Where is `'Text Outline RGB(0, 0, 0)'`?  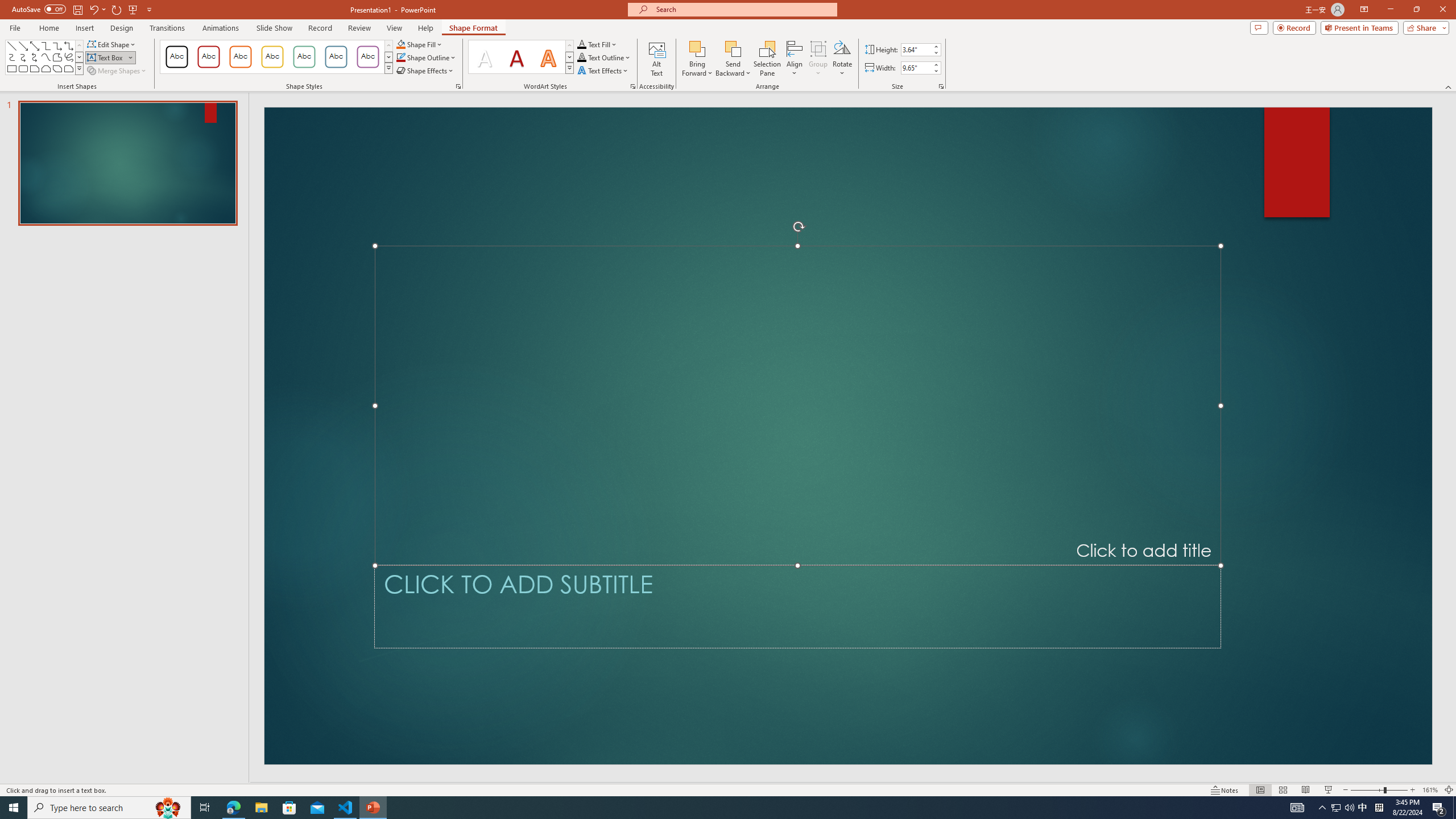
'Text Outline RGB(0, 0, 0)' is located at coordinates (581, 56).